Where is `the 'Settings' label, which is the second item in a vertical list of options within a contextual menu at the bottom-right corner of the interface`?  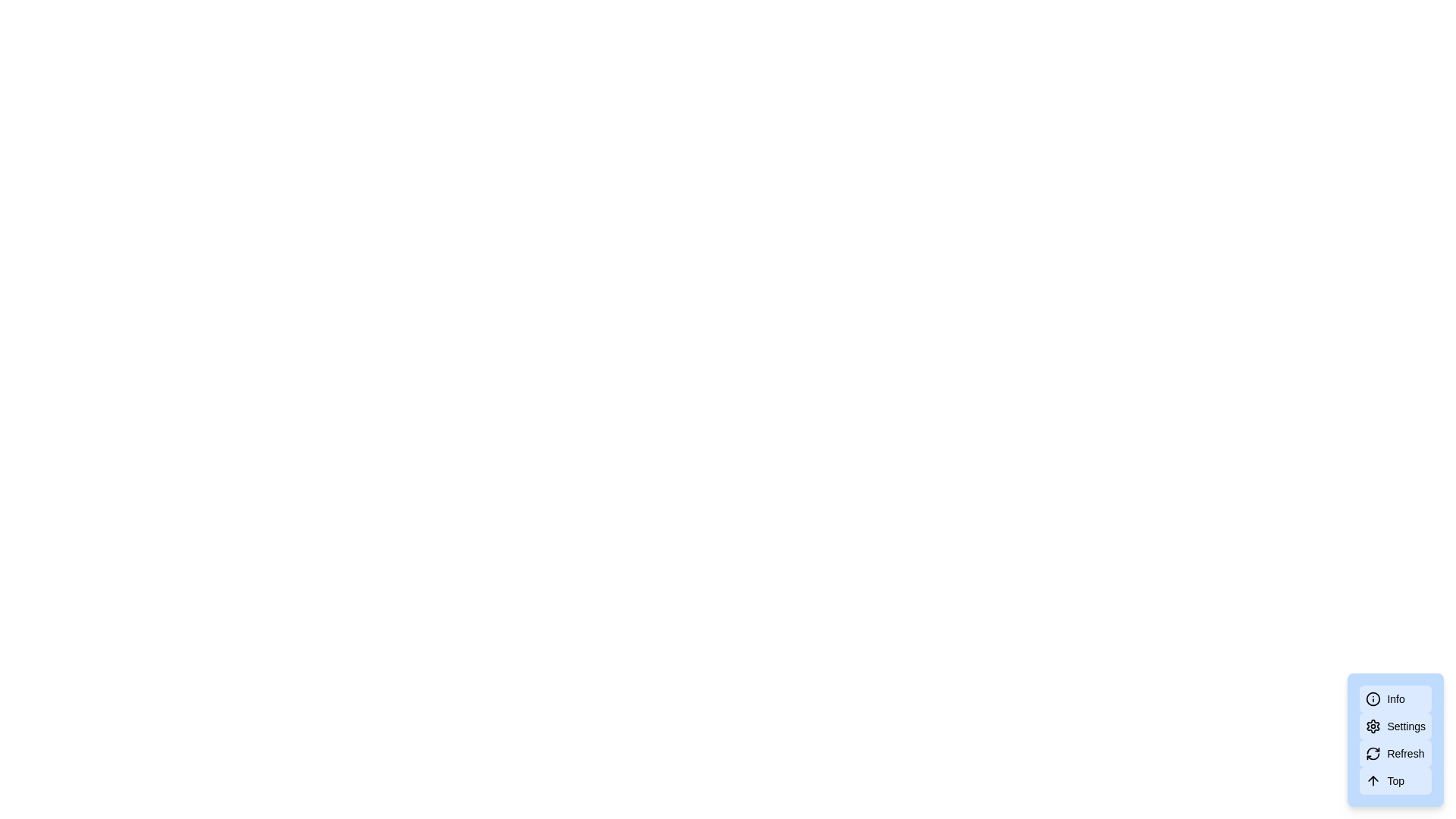 the 'Settings' label, which is the second item in a vertical list of options within a contextual menu at the bottom-right corner of the interface is located at coordinates (1405, 725).